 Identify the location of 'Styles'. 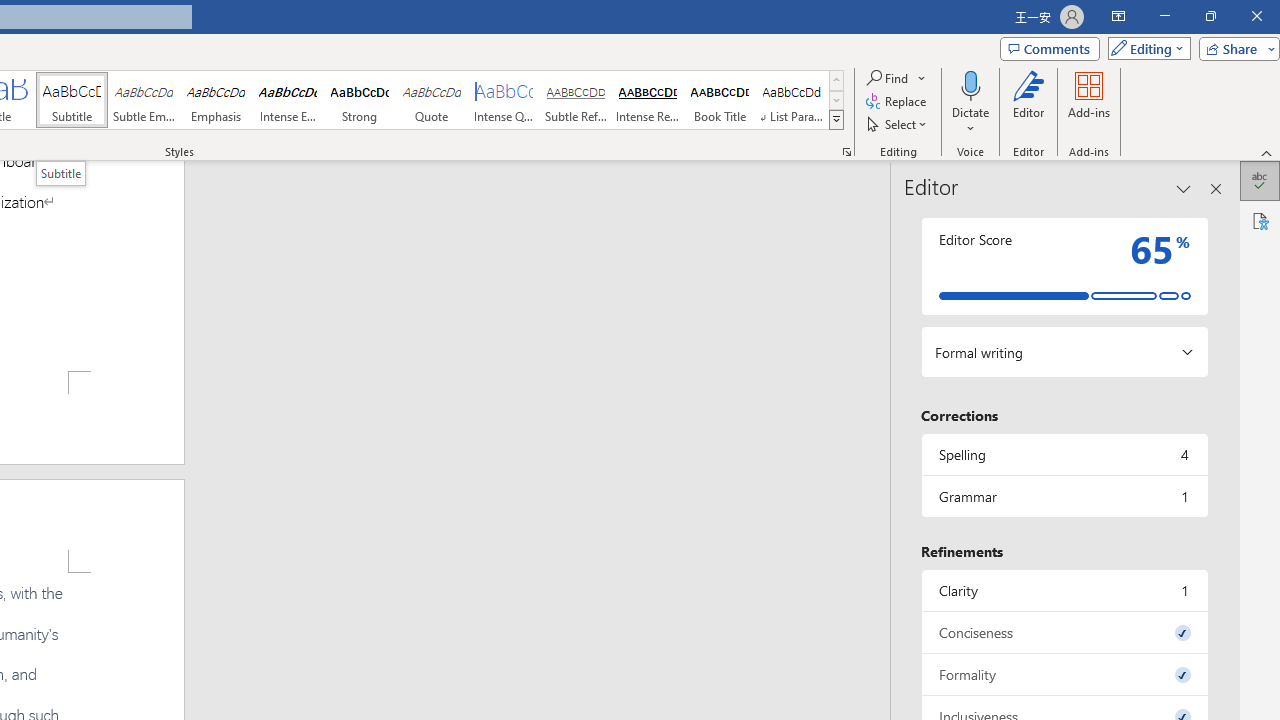
(836, 120).